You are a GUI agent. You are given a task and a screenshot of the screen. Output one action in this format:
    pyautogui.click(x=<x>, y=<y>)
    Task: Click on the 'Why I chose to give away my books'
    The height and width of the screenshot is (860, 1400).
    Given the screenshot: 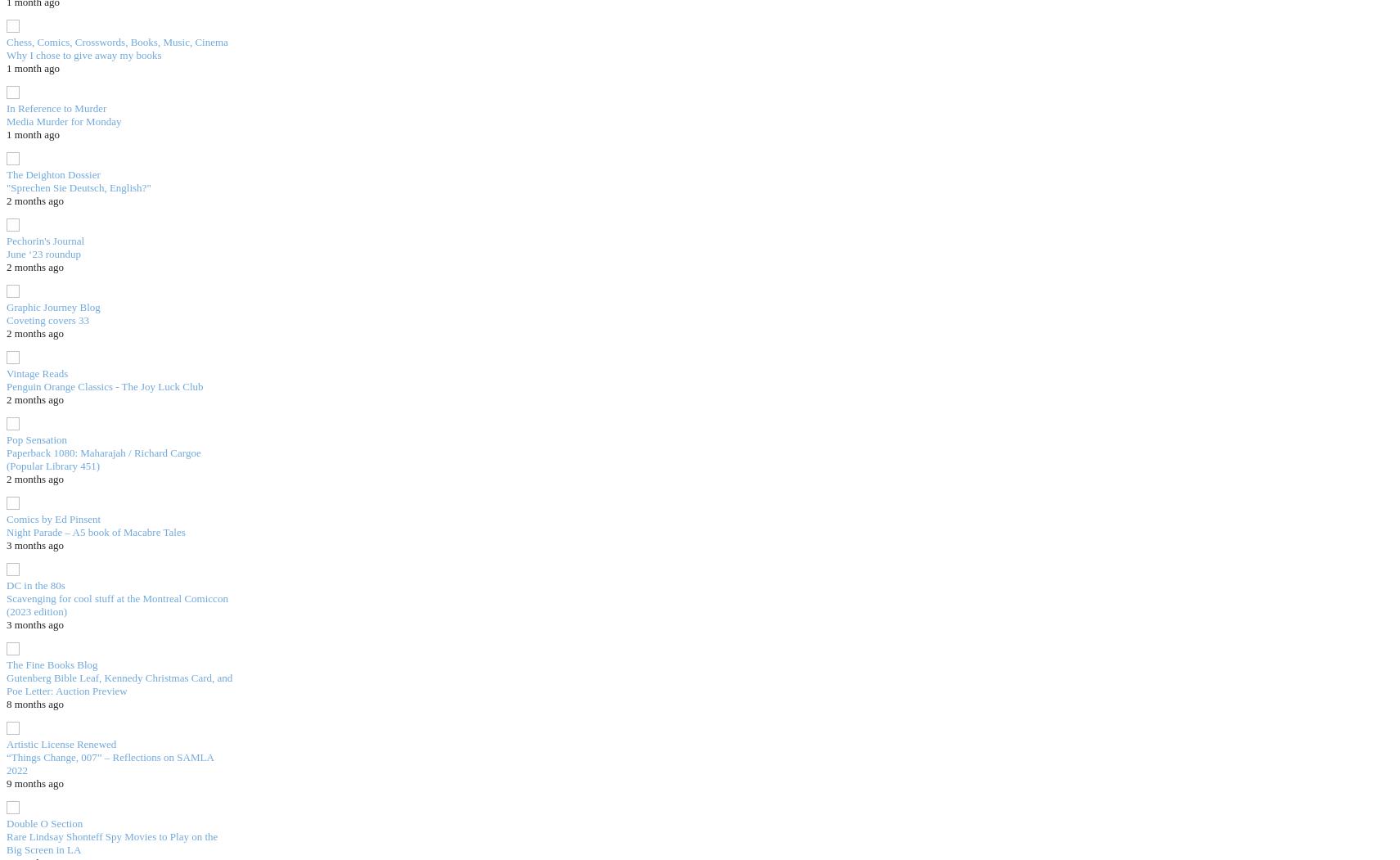 What is the action you would take?
    pyautogui.click(x=6, y=53)
    